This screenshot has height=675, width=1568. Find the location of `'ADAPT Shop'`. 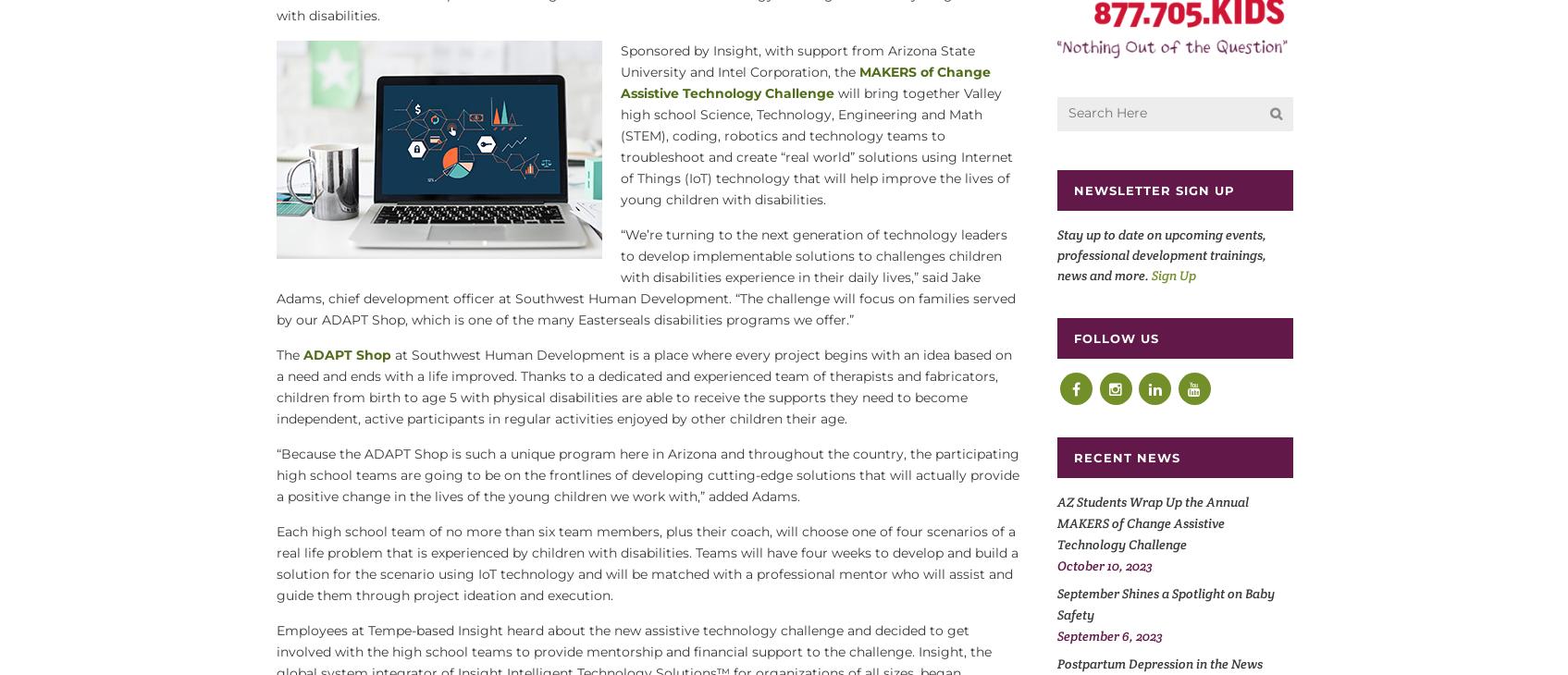

'ADAPT Shop' is located at coordinates (345, 353).